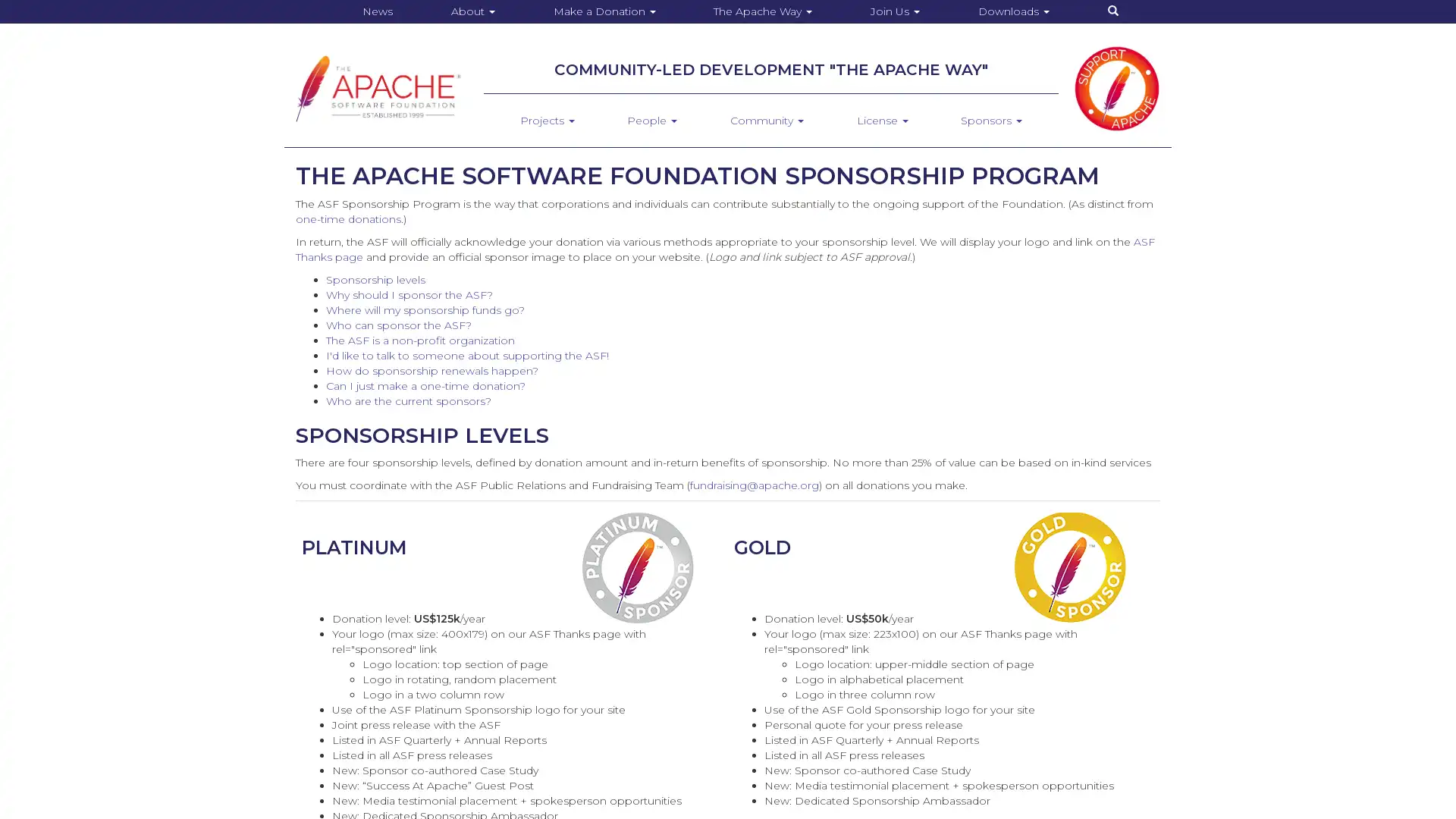  What do you see at coordinates (546, 119) in the screenshot?
I see `Projects` at bounding box center [546, 119].